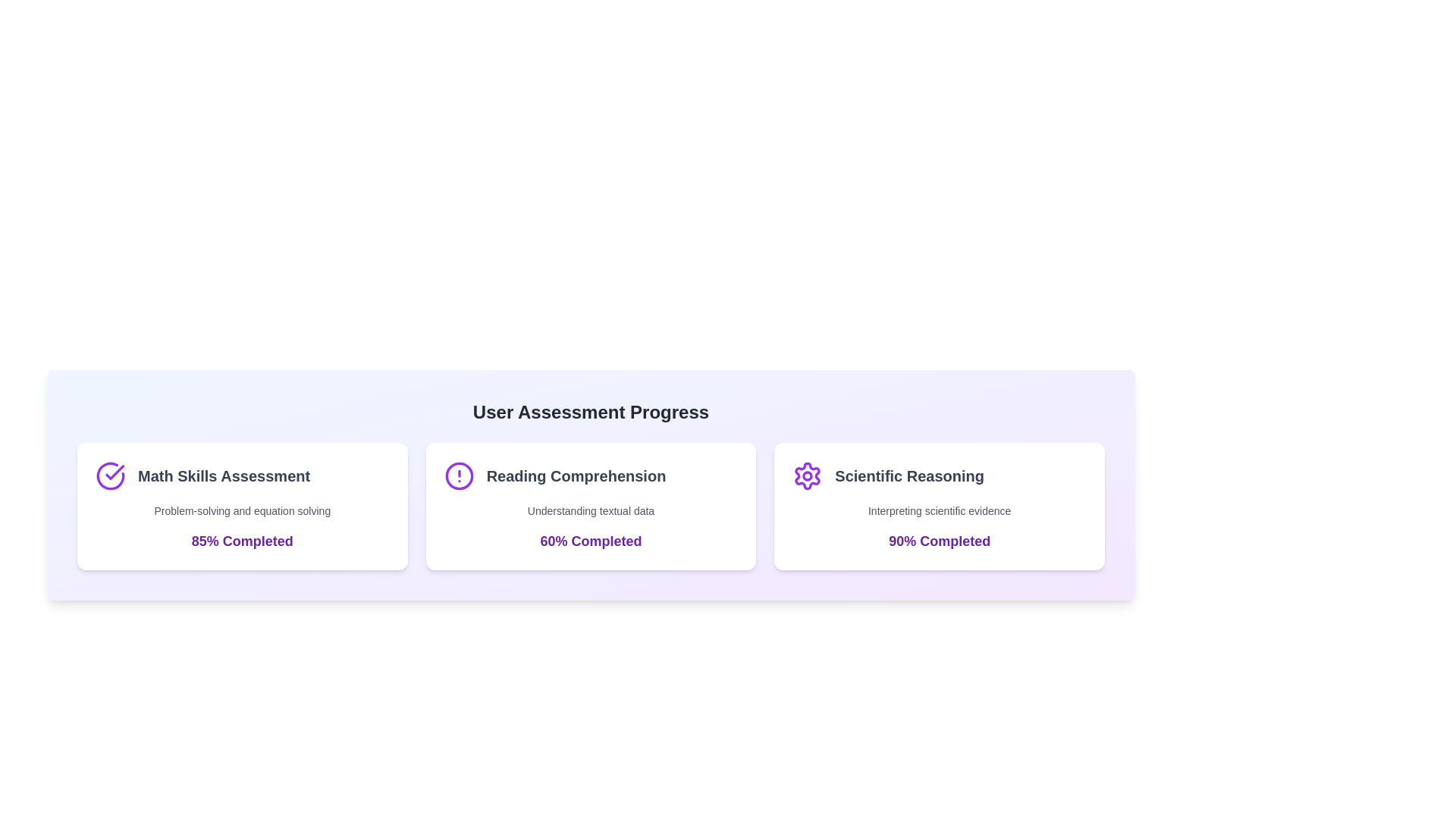 The height and width of the screenshot is (819, 1456). Describe the element at coordinates (458, 475) in the screenshot. I see `the circular icon with a purple outline located in the center of the second card titled 'Reading Comprehension'` at that location.